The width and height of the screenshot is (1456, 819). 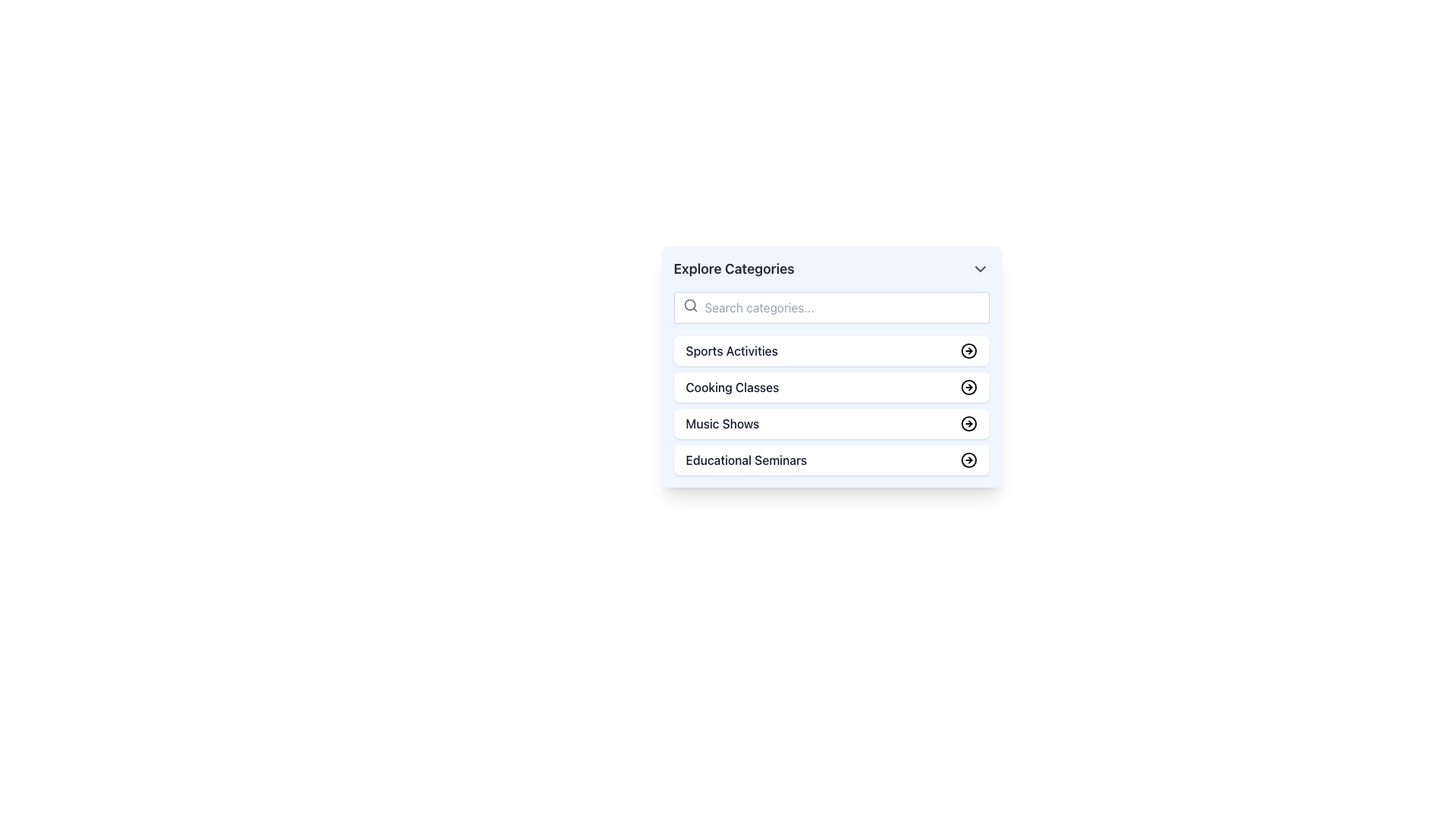 I want to click on the small circular magnifying glass icon located at the left side of the search bar, which serves as a visual cue for interaction, so click(x=689, y=305).